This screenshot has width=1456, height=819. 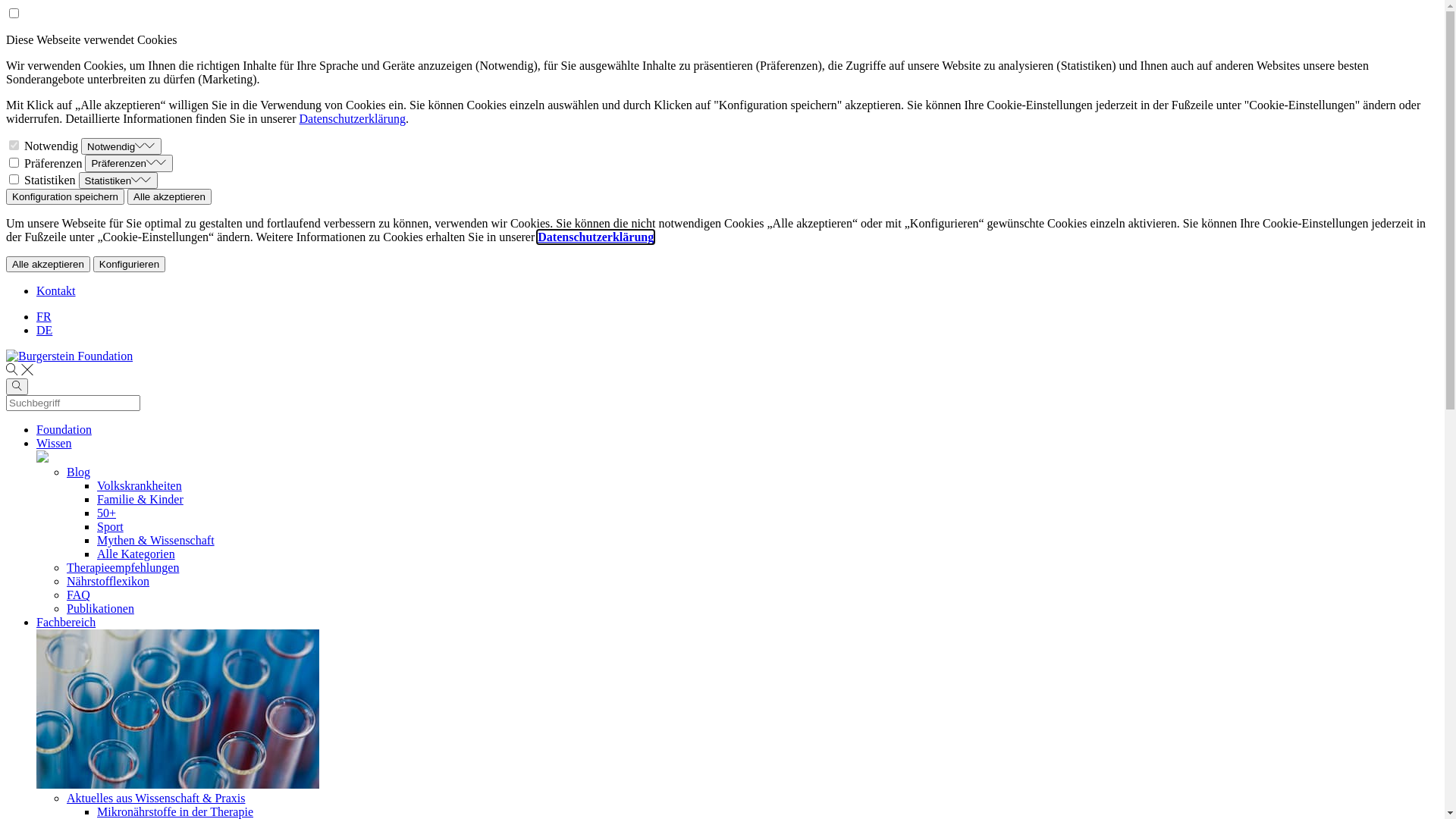 What do you see at coordinates (77, 594) in the screenshot?
I see `'FAQ'` at bounding box center [77, 594].